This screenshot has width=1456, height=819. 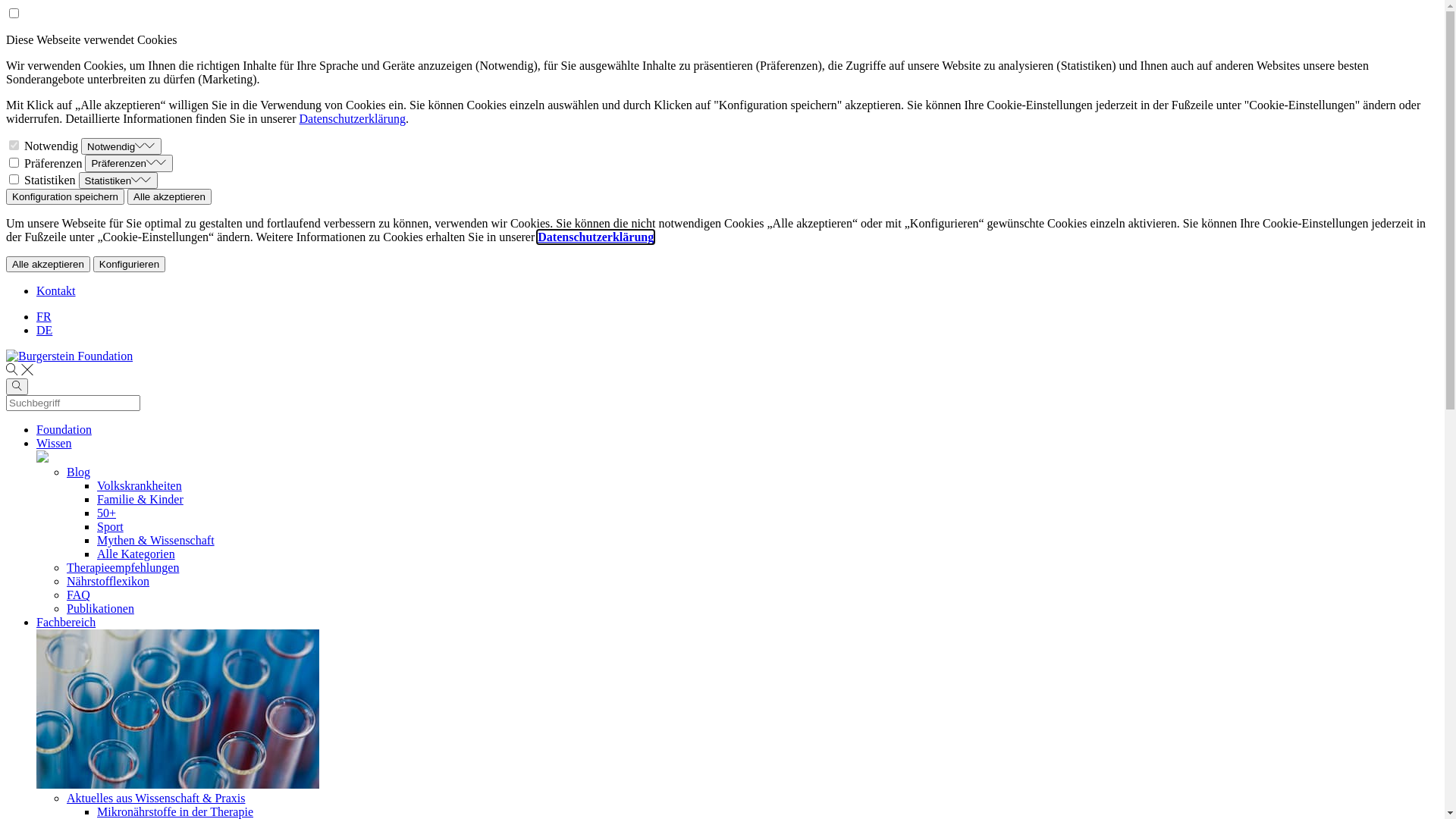 What do you see at coordinates (77, 594) in the screenshot?
I see `'FAQ'` at bounding box center [77, 594].